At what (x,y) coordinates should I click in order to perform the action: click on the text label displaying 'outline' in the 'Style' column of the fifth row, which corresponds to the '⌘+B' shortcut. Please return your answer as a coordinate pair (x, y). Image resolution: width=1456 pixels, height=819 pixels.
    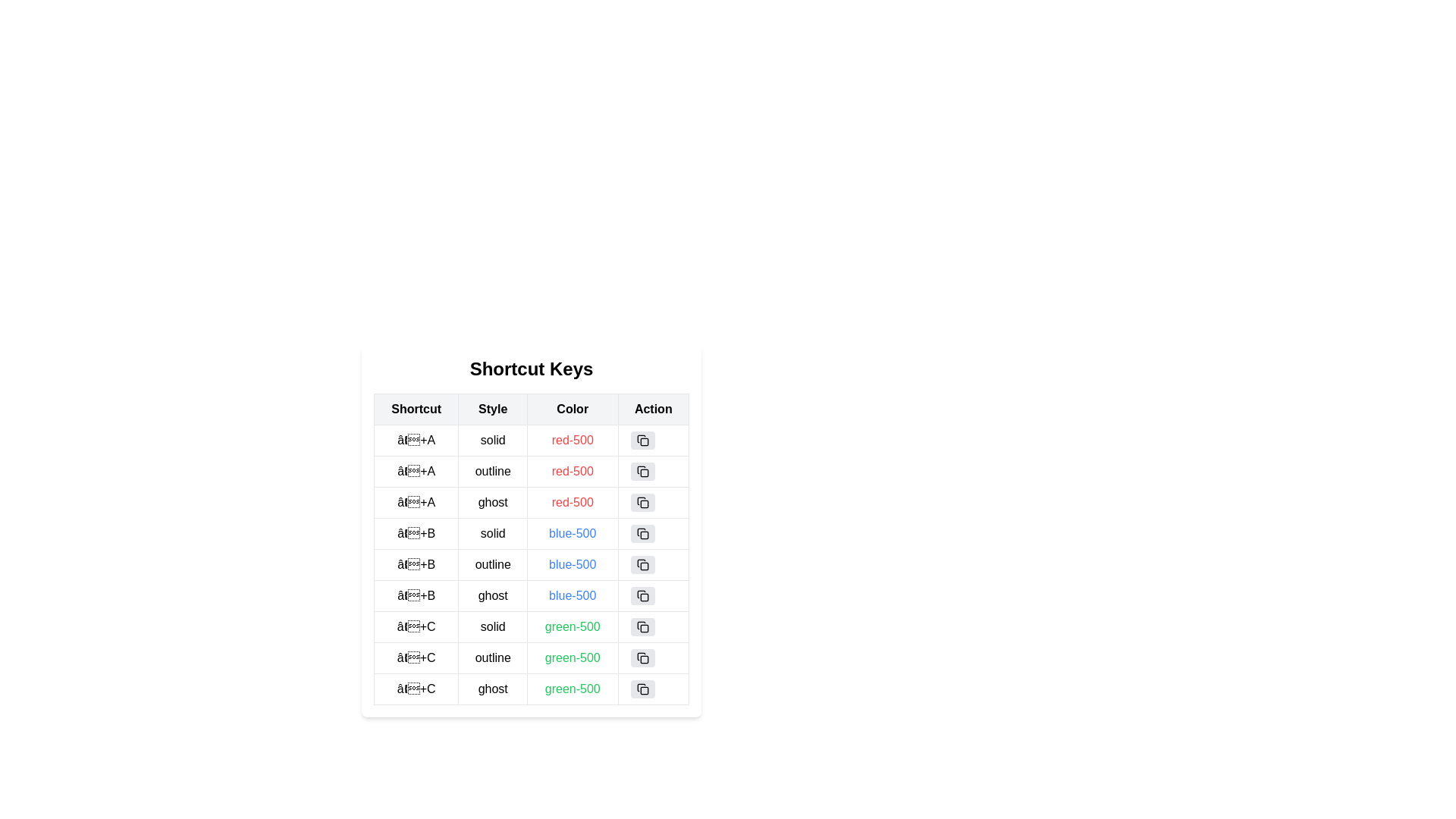
    Looking at the image, I should click on (493, 564).